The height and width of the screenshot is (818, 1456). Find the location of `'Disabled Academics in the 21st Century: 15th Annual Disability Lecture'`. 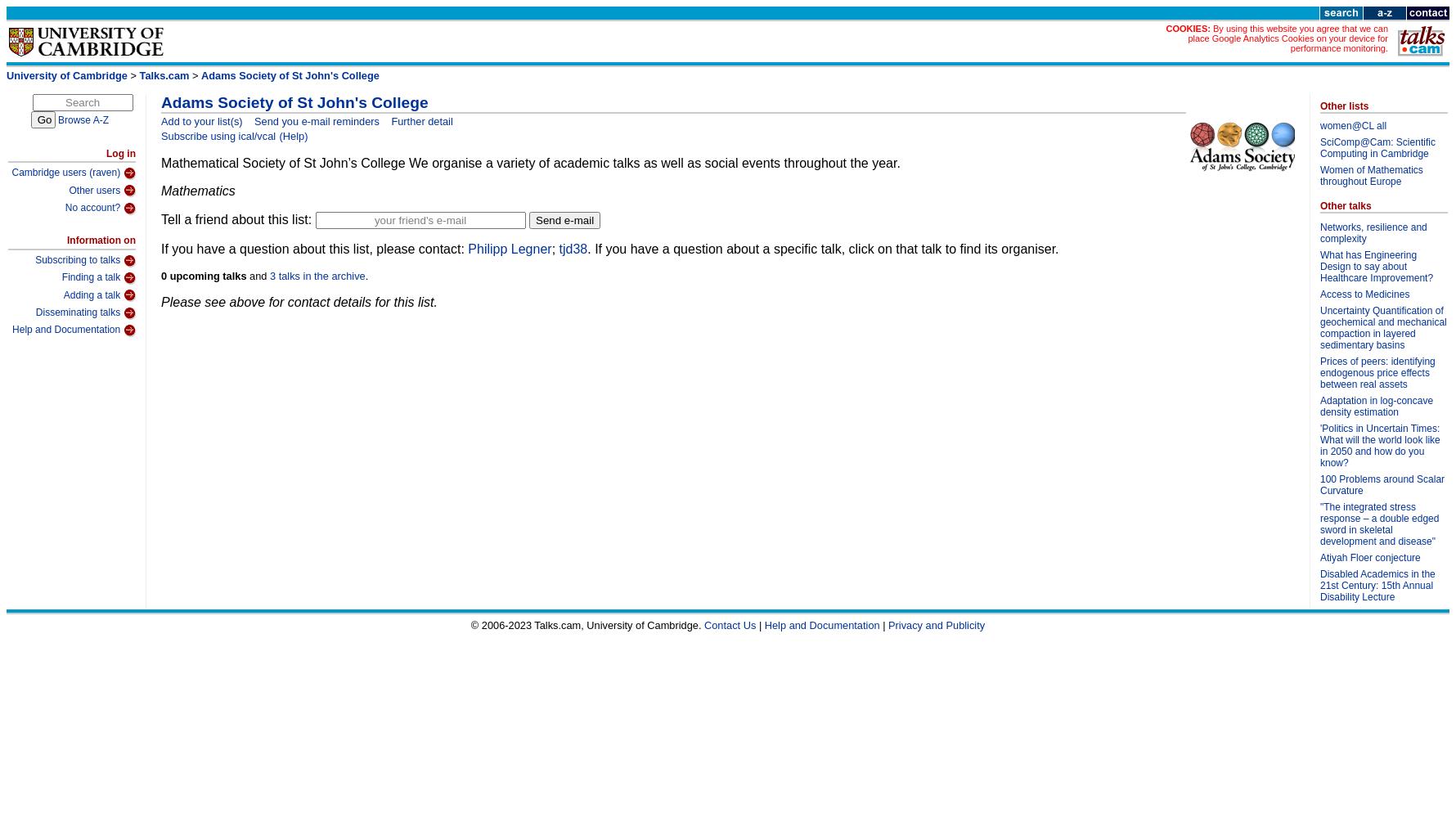

'Disabled Academics in the 21st Century: 15th Annual Disability Lecture' is located at coordinates (1377, 584).